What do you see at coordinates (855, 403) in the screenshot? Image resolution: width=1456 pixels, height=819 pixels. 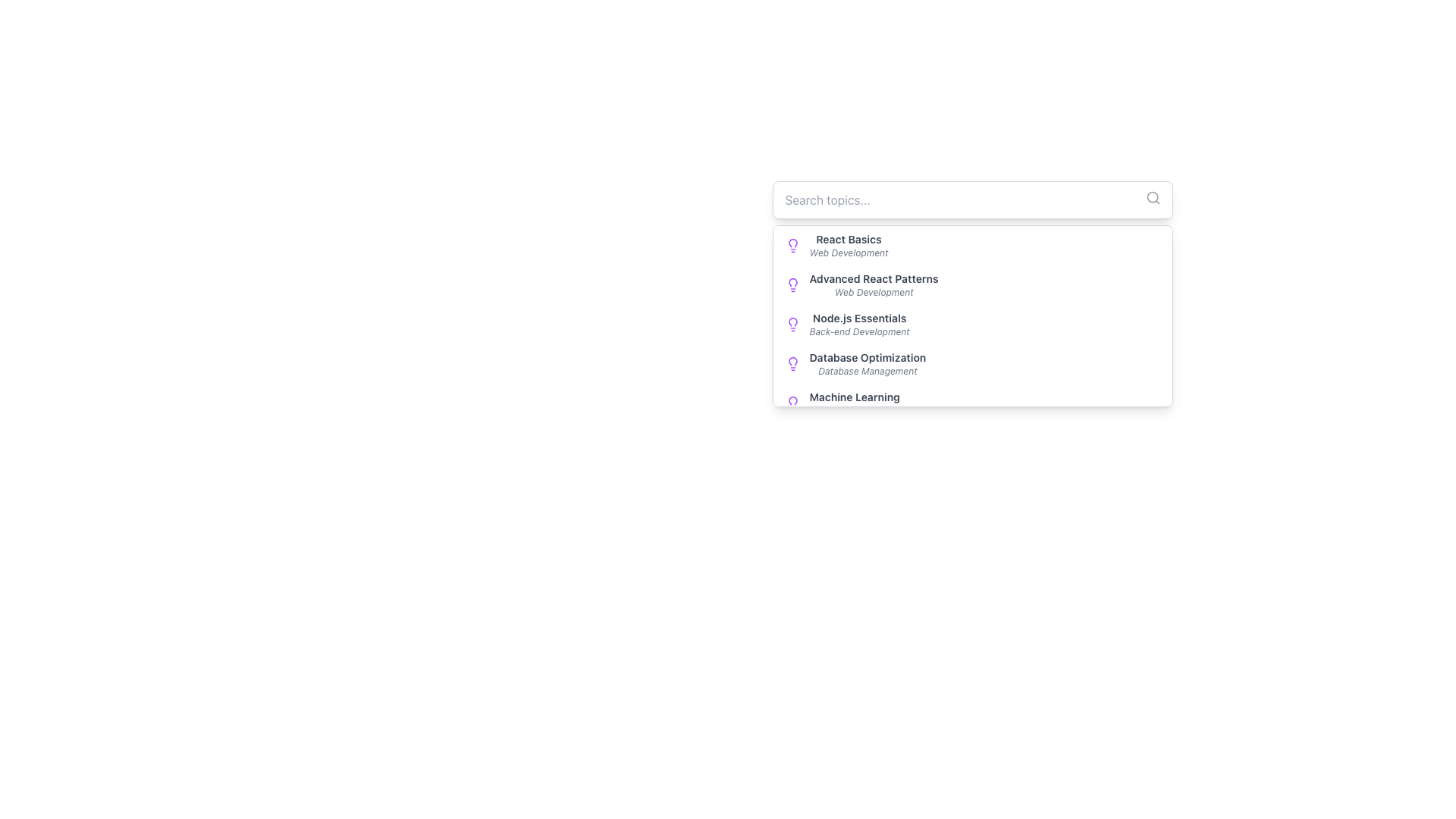 I see `the fifth item in the dropdown menu related to machine learning applications, located near a purple lightbulb icon` at bounding box center [855, 403].